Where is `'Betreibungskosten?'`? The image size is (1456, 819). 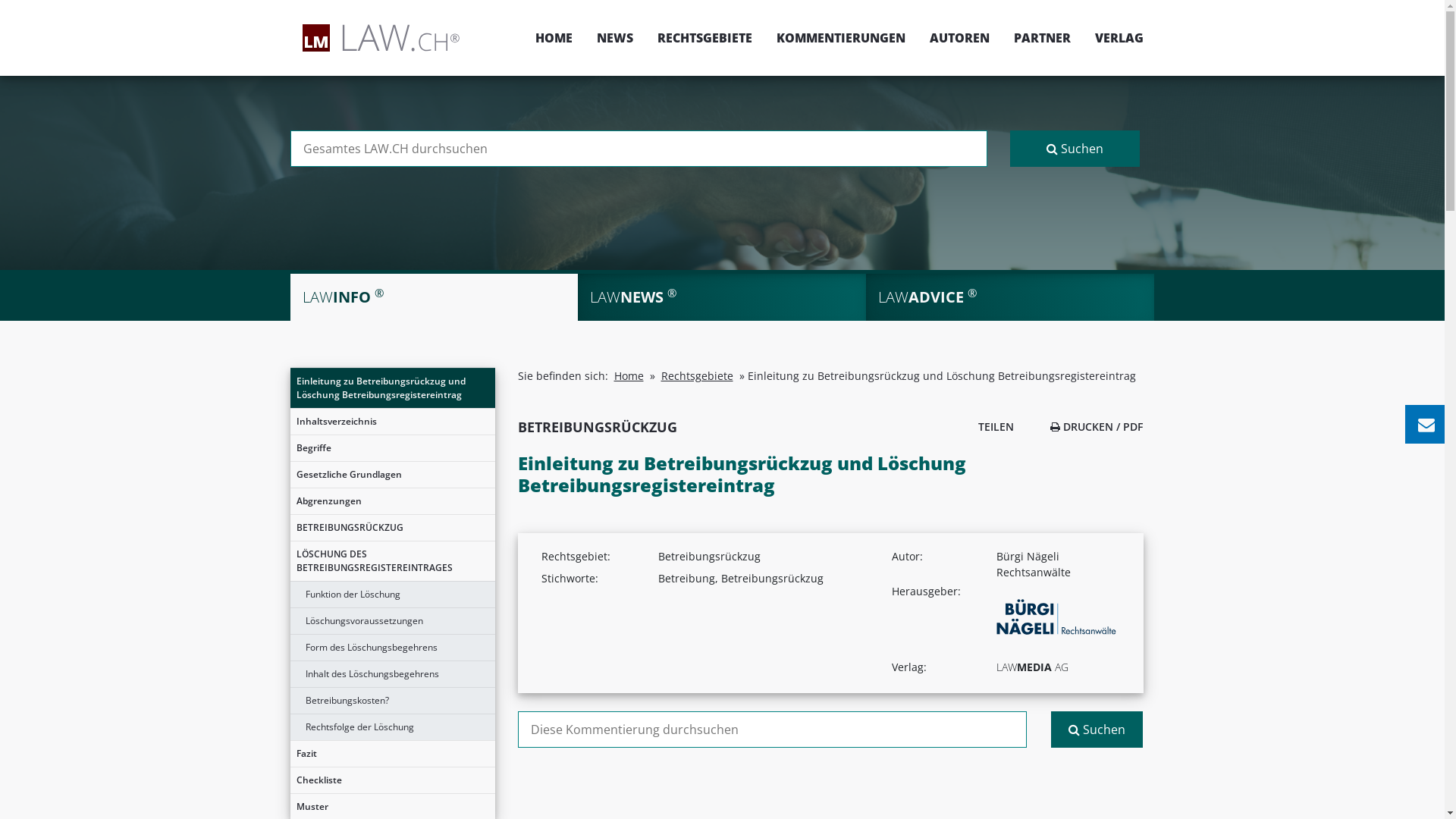 'Betreibungskosten?' is located at coordinates (392, 701).